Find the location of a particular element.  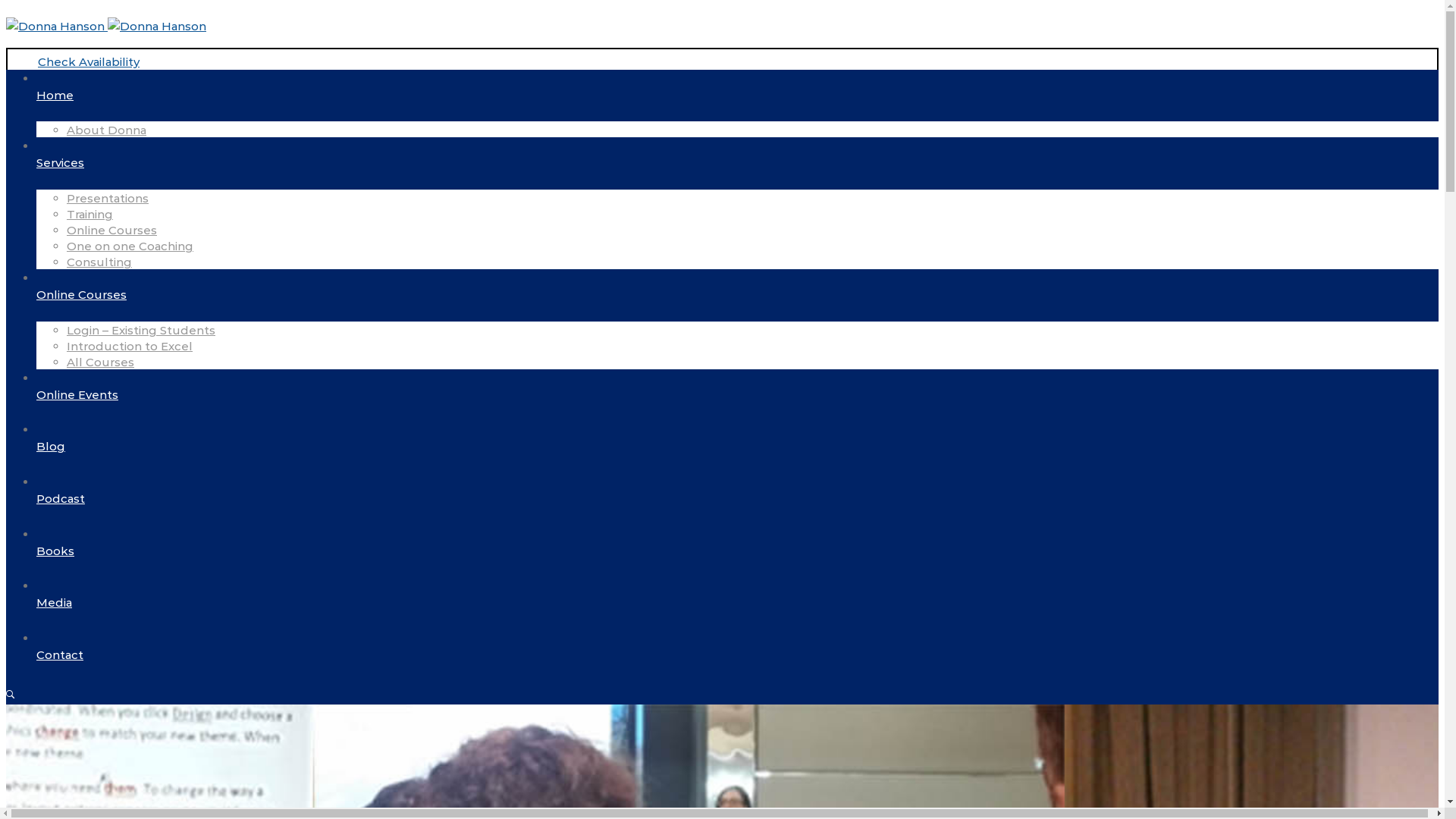

'Books' is located at coordinates (737, 551).